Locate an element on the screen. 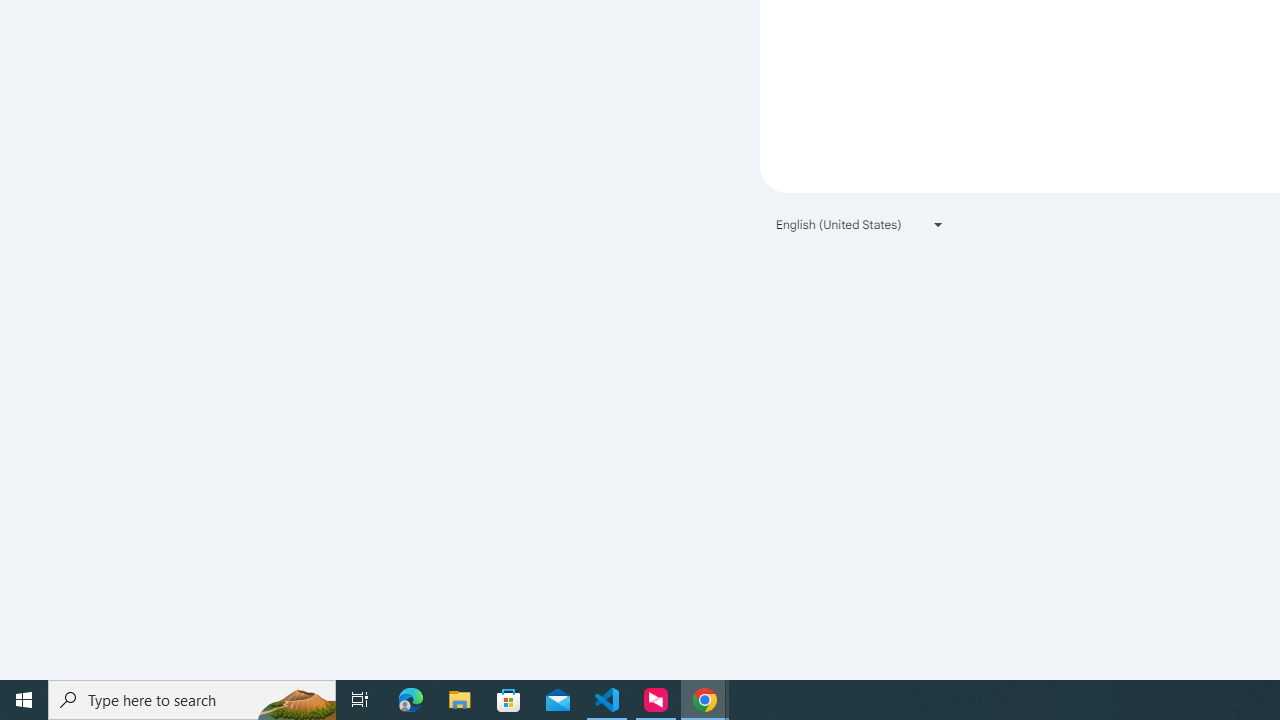 The image size is (1280, 720). 'English (United States)' is located at coordinates (860, 224).